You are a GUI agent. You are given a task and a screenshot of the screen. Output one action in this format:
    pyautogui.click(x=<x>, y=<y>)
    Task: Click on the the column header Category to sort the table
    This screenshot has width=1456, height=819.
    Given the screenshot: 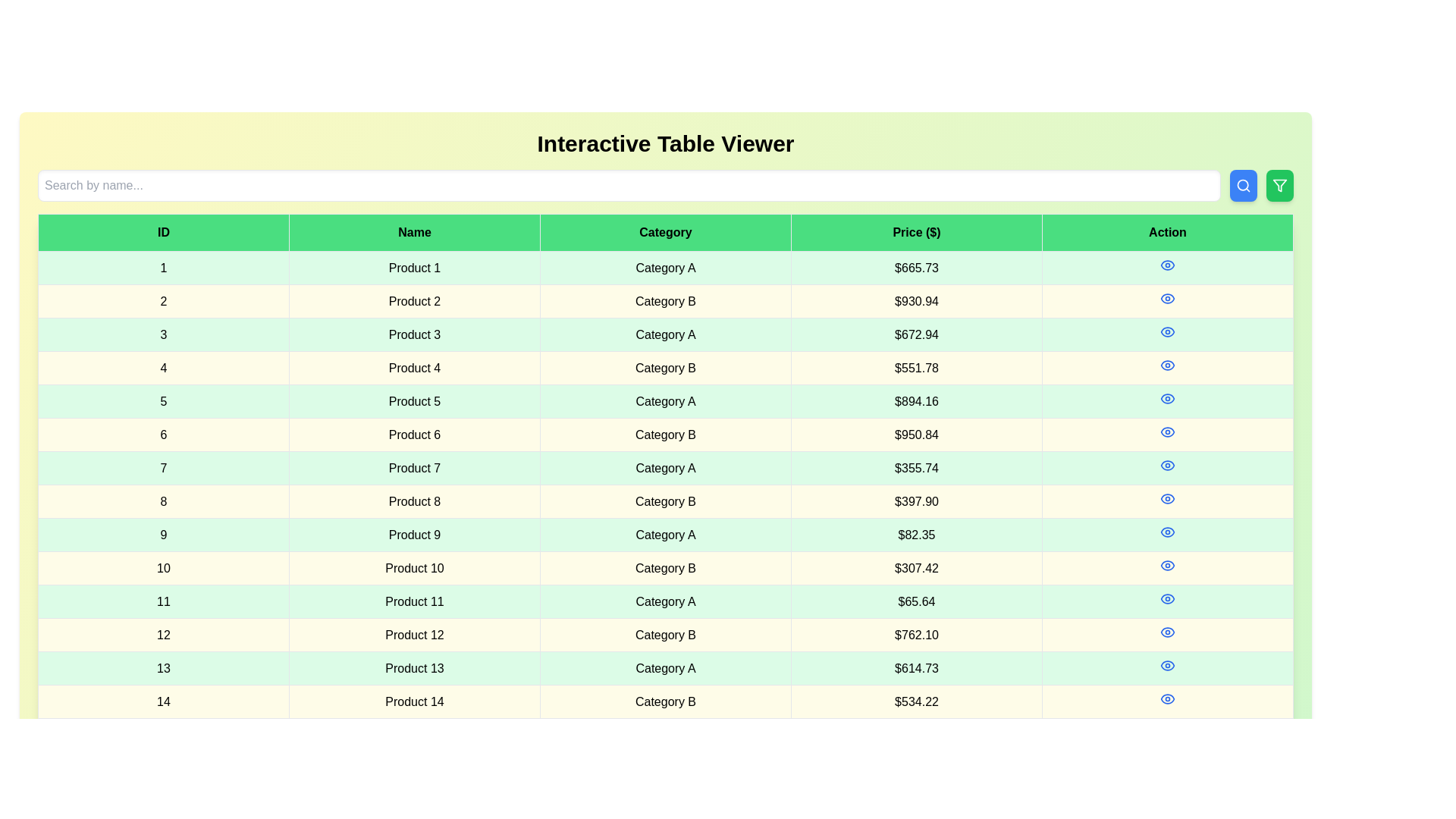 What is the action you would take?
    pyautogui.click(x=666, y=233)
    